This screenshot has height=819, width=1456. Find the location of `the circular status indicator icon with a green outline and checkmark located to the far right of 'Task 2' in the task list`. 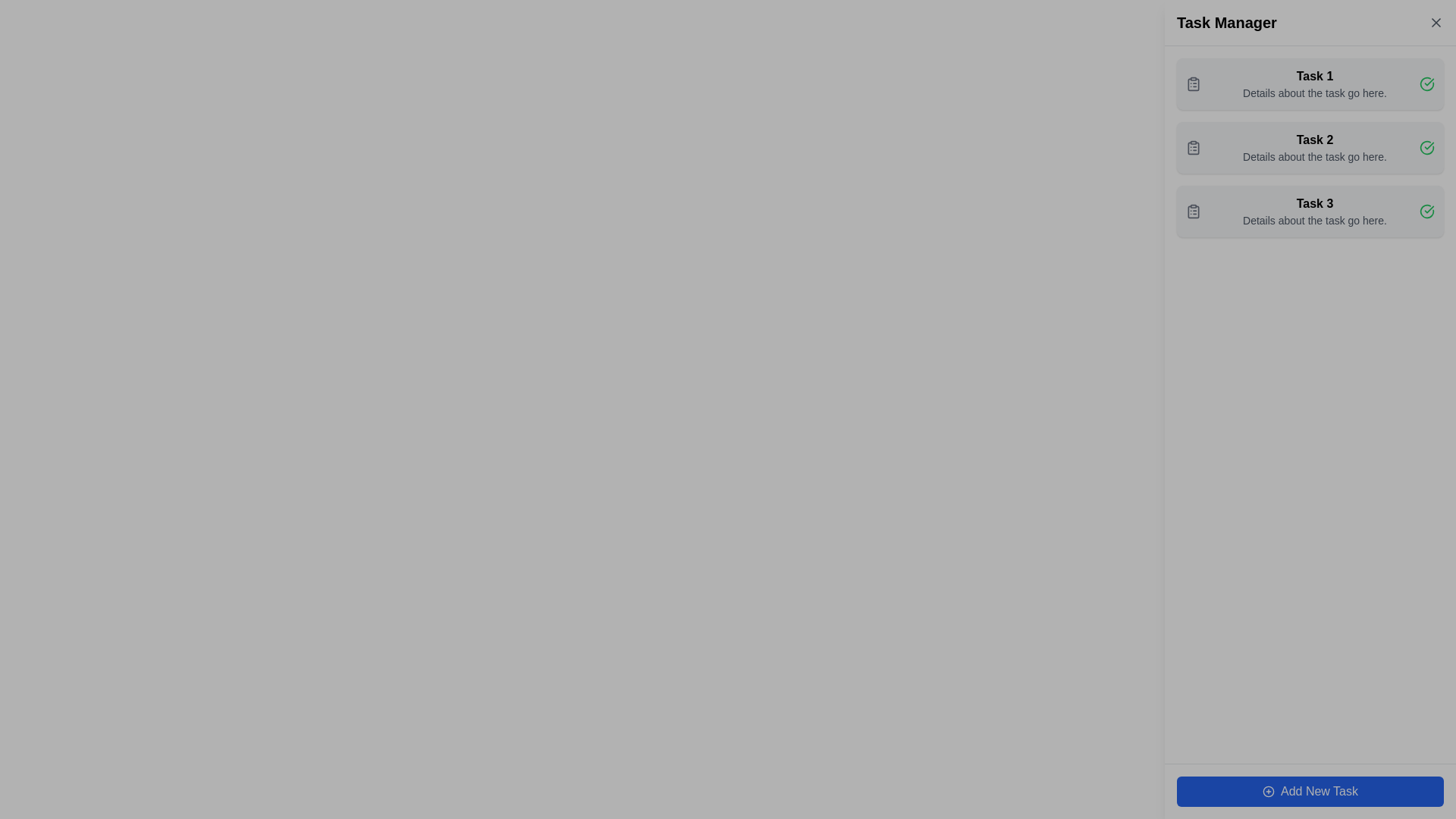

the circular status indicator icon with a green outline and checkmark located to the far right of 'Task 2' in the task list is located at coordinates (1426, 84).